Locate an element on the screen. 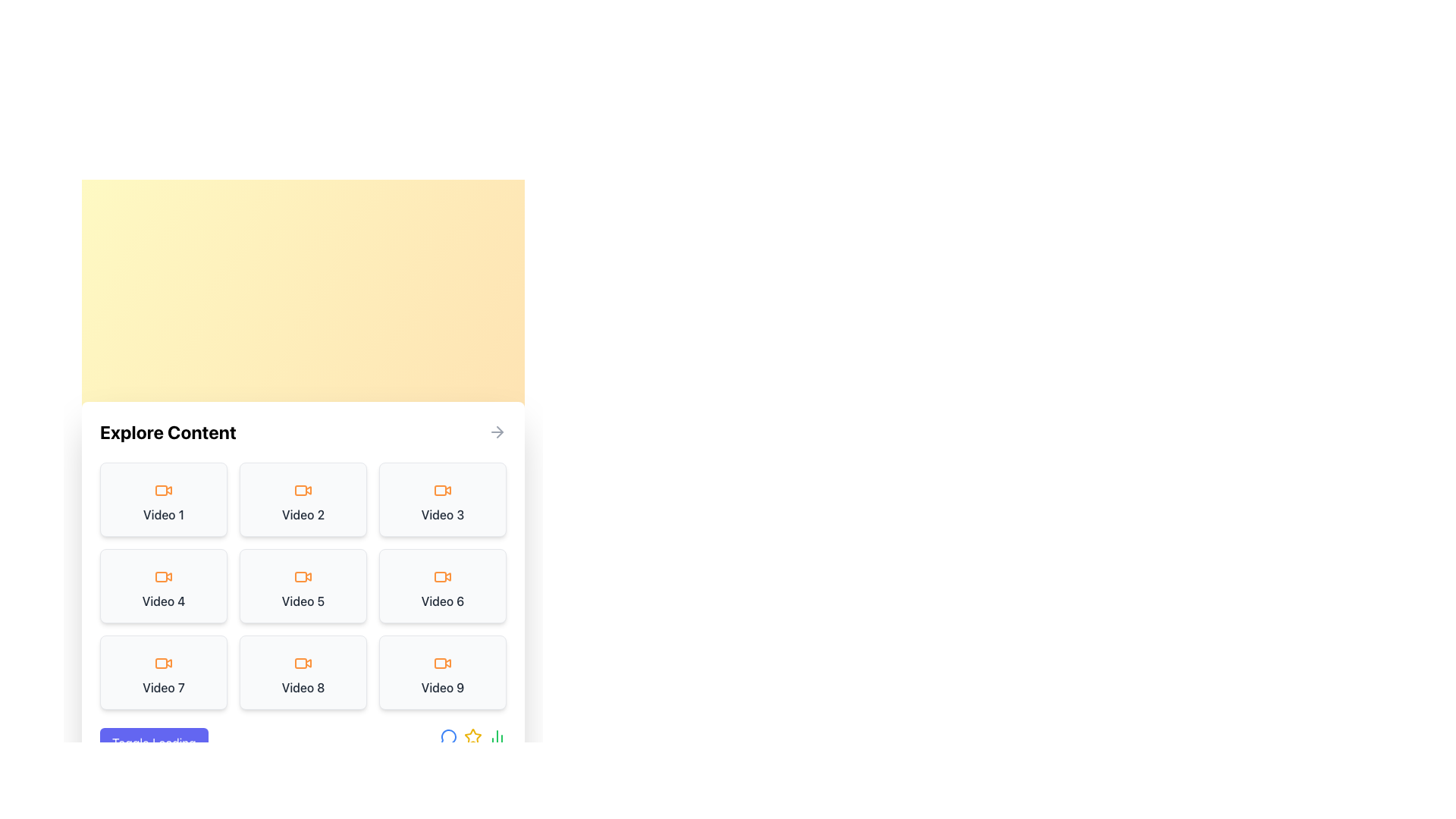 The image size is (1456, 819). the Decorative SVG element located within the video icon of the first item in a grid of content blocks, positioned towards the top-left corner of the icon is located at coordinates (161, 491).